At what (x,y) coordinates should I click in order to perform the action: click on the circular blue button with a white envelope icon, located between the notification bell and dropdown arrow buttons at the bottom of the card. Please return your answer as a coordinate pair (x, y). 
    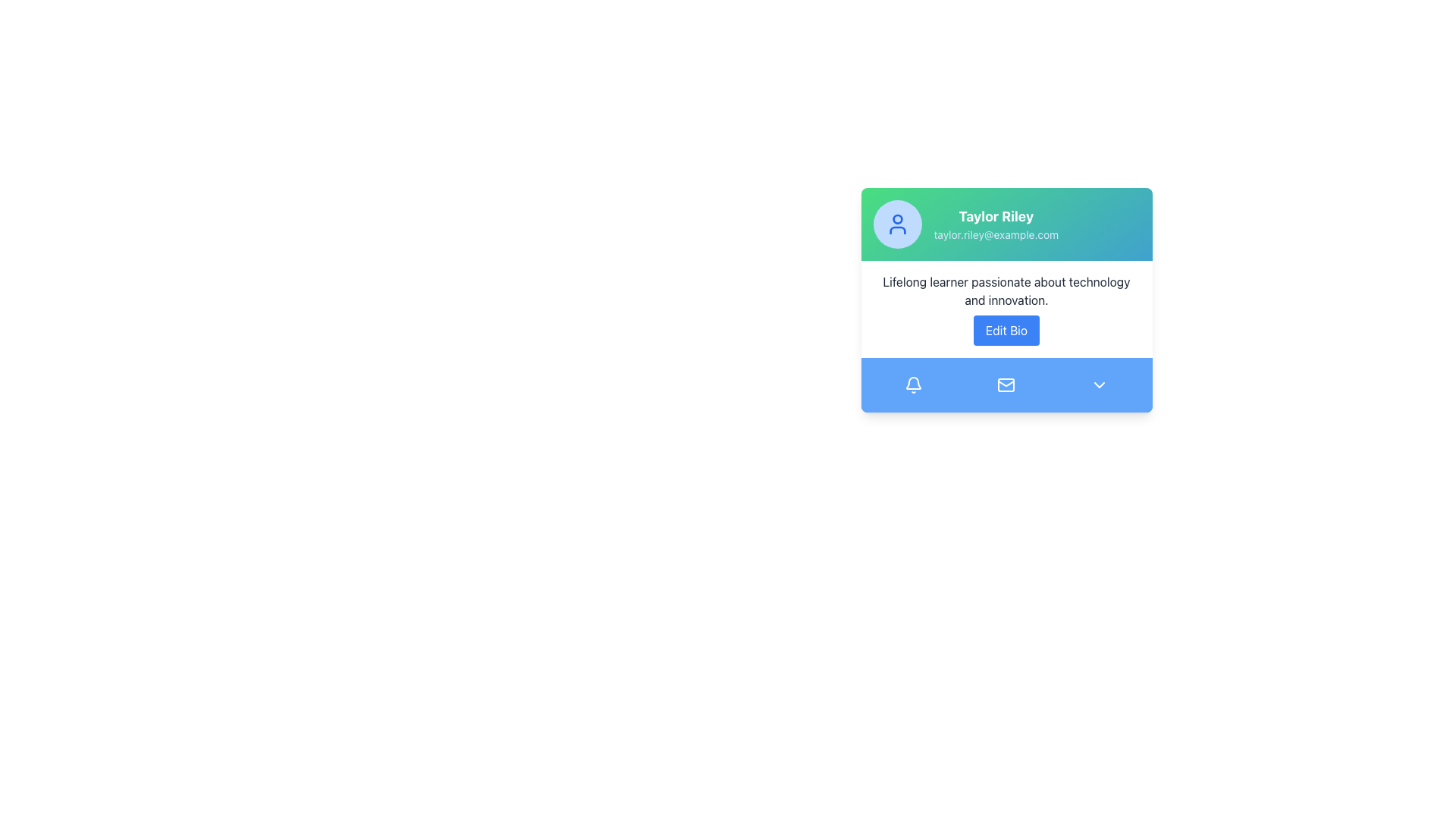
    Looking at the image, I should click on (1006, 384).